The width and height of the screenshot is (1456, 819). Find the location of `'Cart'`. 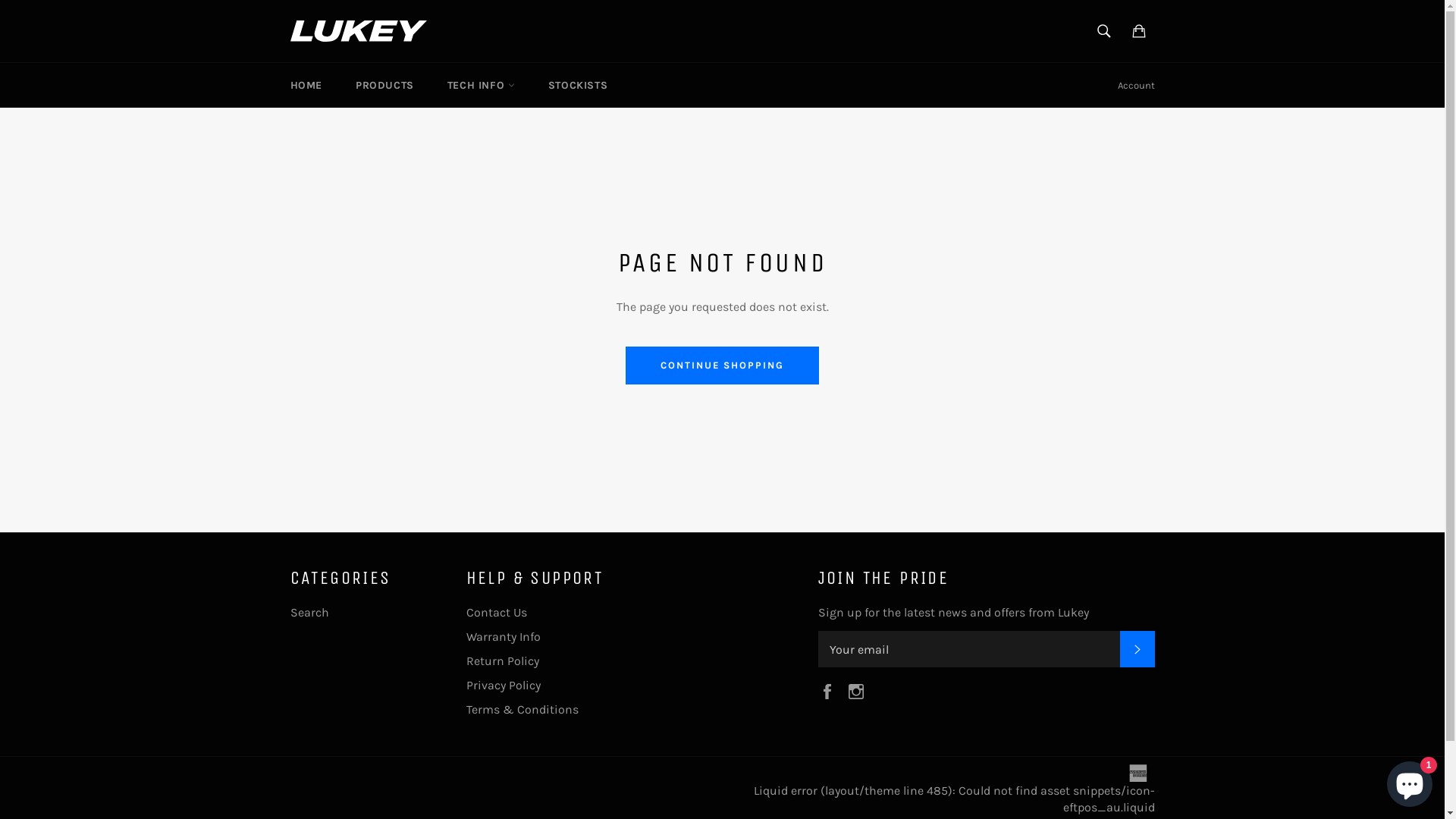

'Cart' is located at coordinates (1138, 31).